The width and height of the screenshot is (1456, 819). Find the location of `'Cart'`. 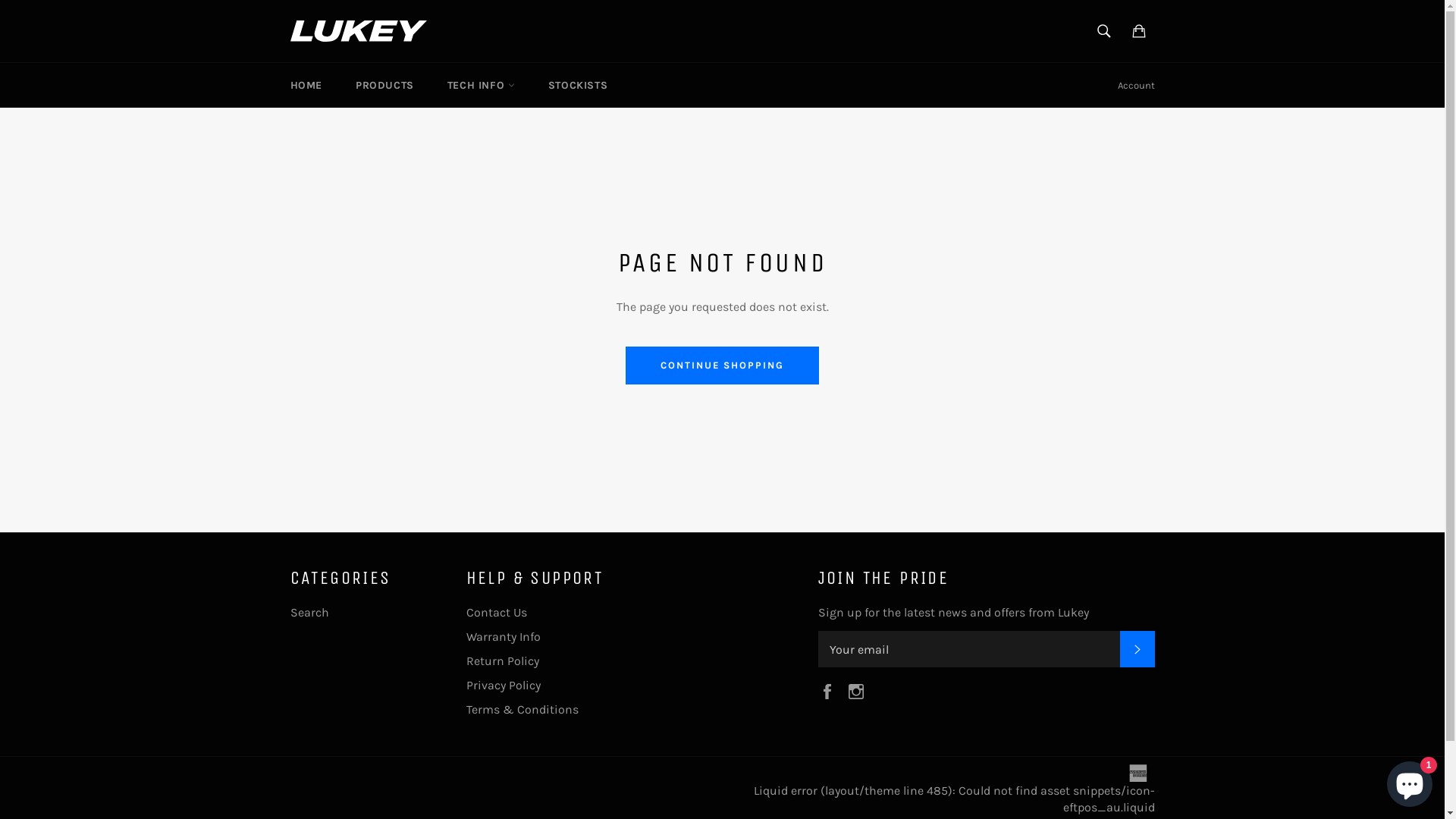

'Cart' is located at coordinates (1138, 31).